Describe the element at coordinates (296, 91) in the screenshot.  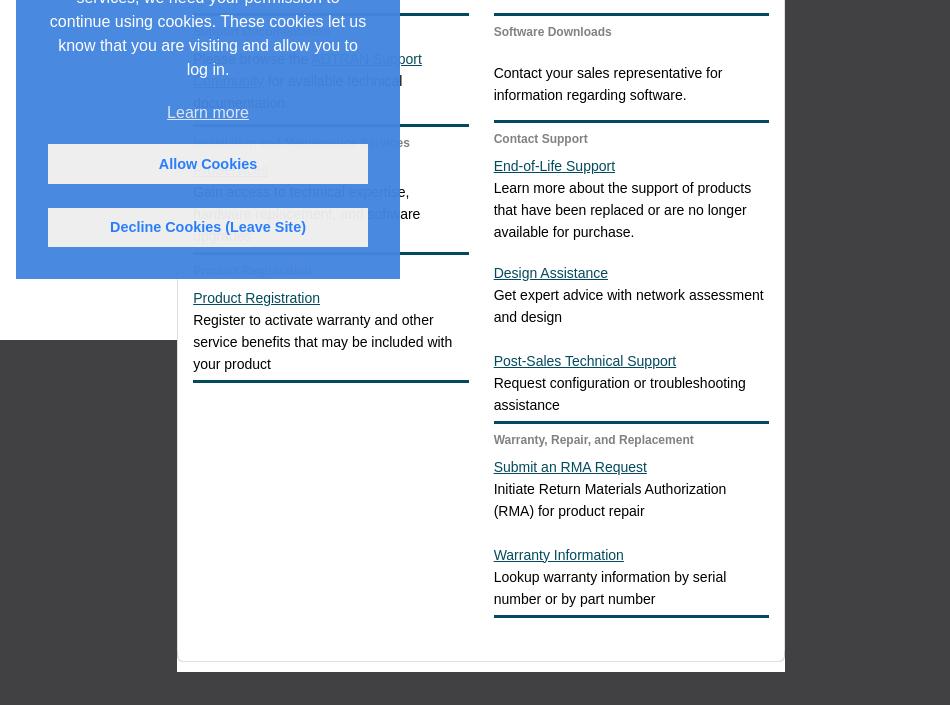
I see `'for available technical documentation.'` at that location.